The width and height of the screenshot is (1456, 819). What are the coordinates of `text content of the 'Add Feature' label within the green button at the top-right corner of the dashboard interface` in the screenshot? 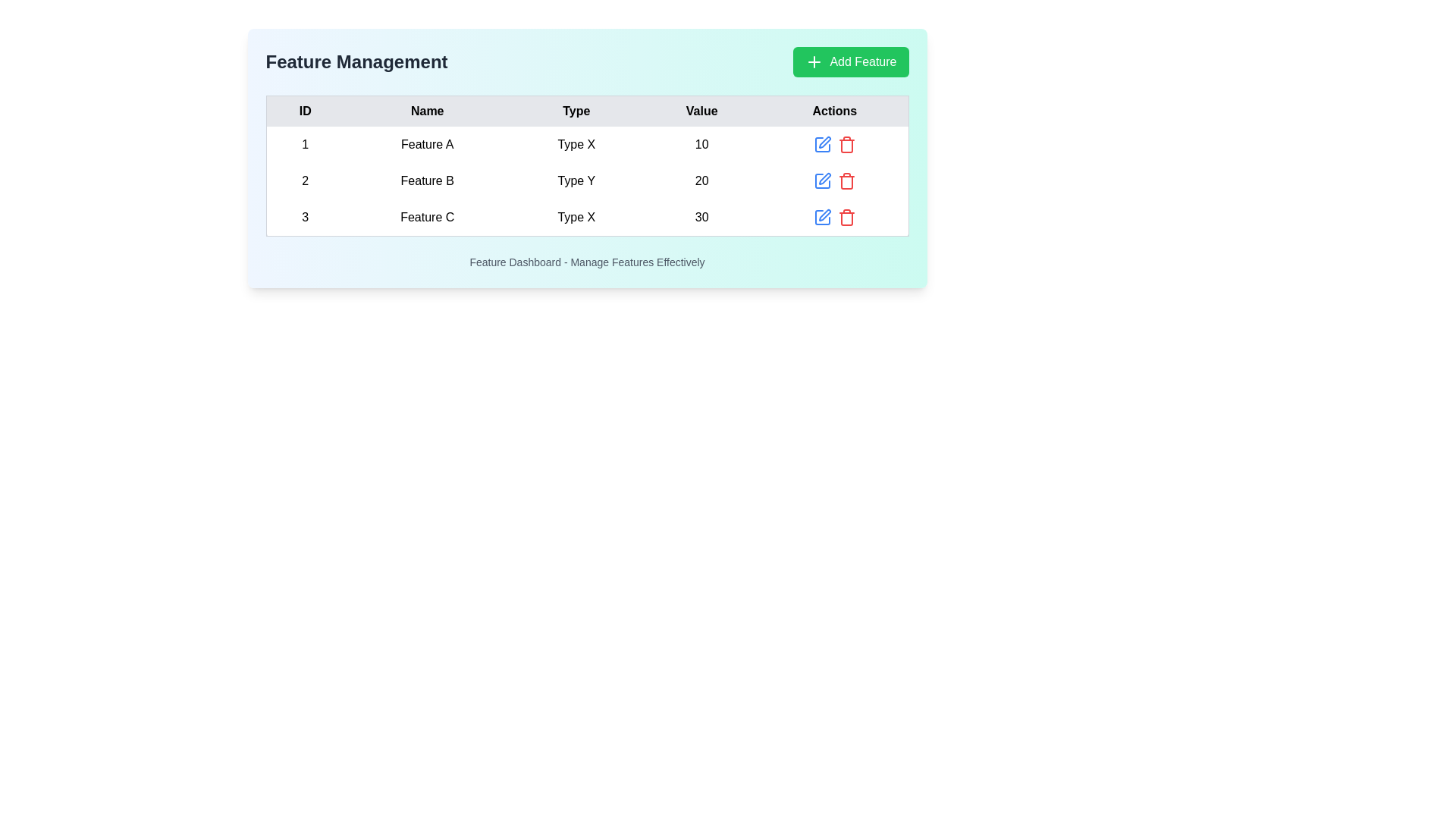 It's located at (863, 61).